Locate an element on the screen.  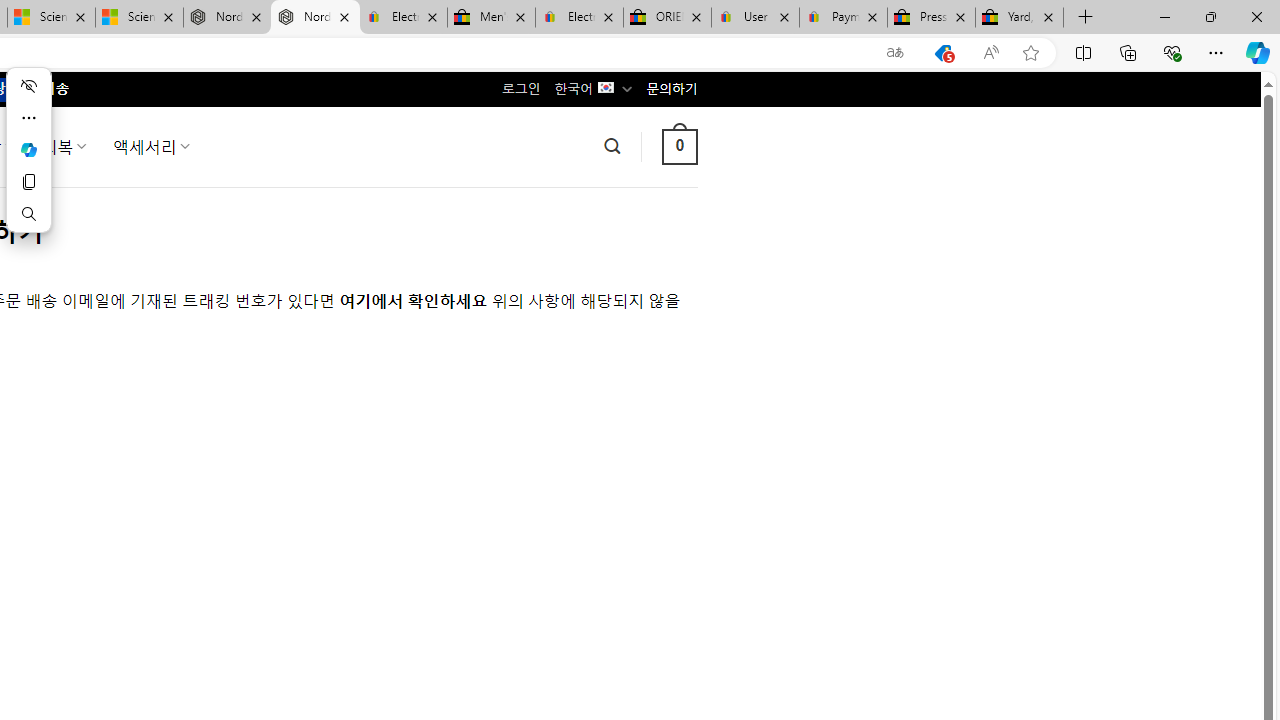
'New Tab' is located at coordinates (1085, 17).